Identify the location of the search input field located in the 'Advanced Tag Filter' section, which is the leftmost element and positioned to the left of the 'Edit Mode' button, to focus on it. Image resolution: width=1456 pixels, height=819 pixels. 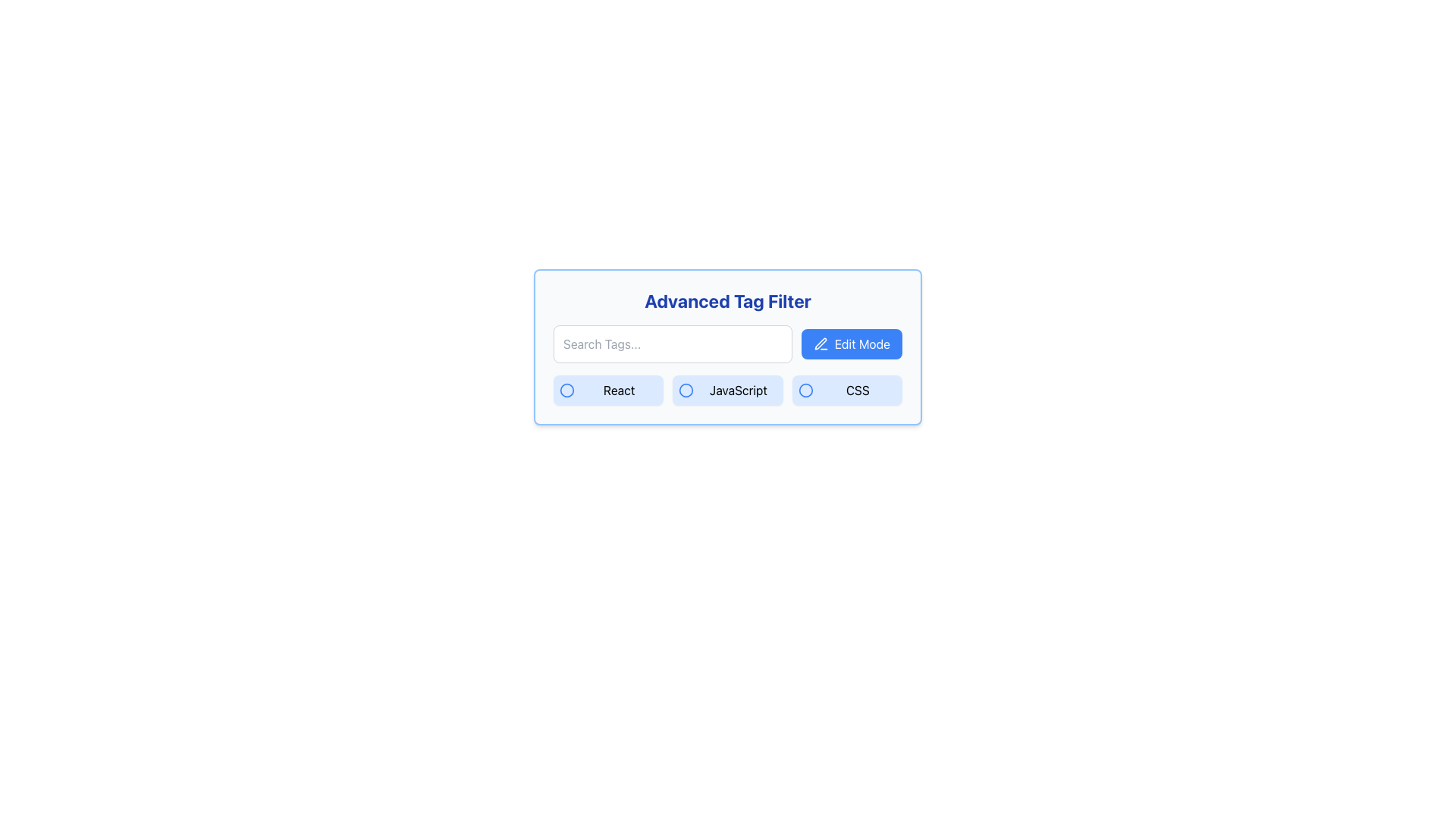
(672, 344).